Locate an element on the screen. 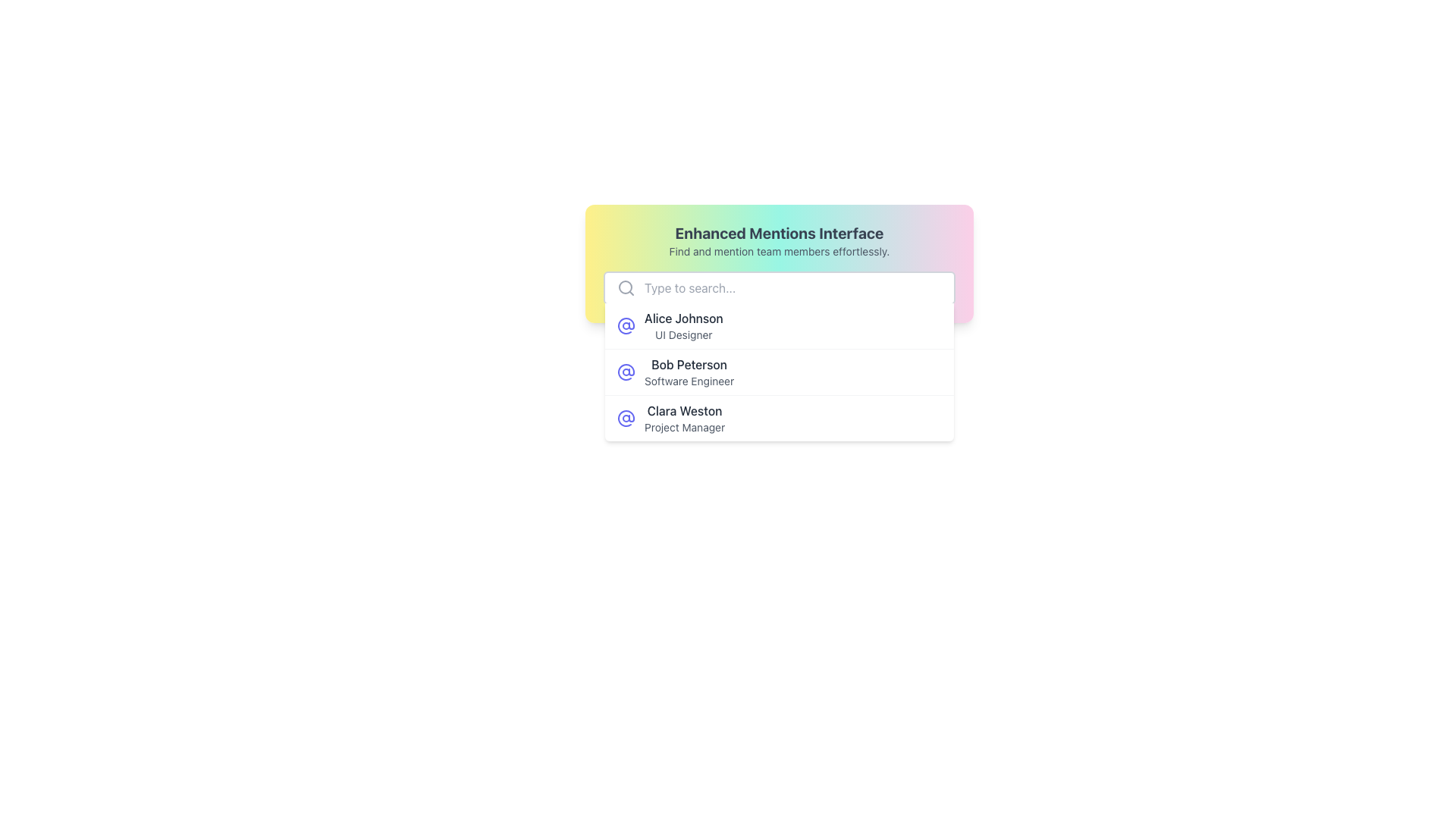 This screenshot has height=819, width=1456. the third item in the dropdown menu that displays personnel names and roles is located at coordinates (684, 418).